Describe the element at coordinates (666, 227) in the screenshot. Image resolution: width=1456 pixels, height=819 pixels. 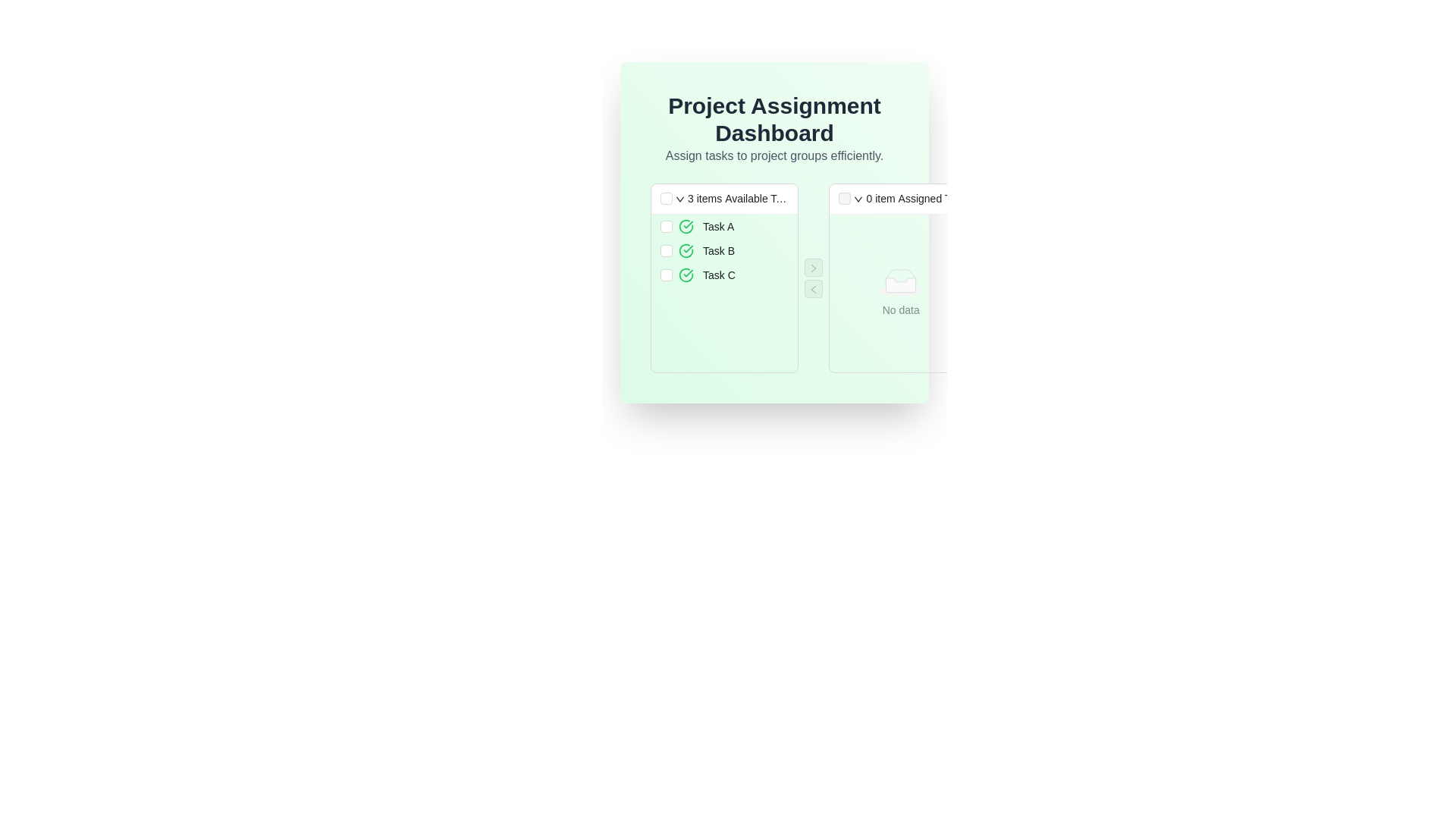
I see `the checkbox located` at that location.